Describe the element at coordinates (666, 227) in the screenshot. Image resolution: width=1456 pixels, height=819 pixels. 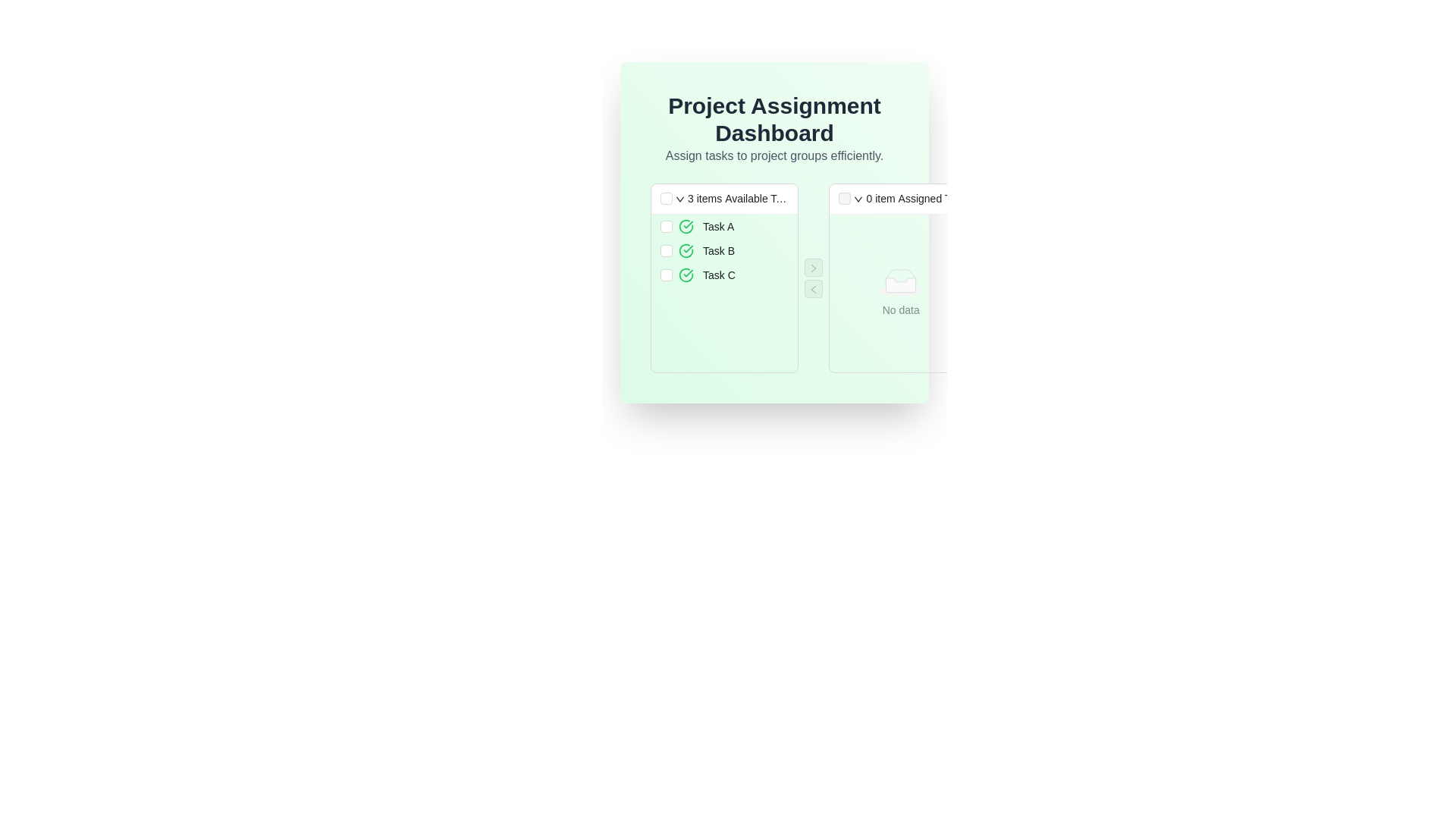
I see `the checkbox located` at that location.